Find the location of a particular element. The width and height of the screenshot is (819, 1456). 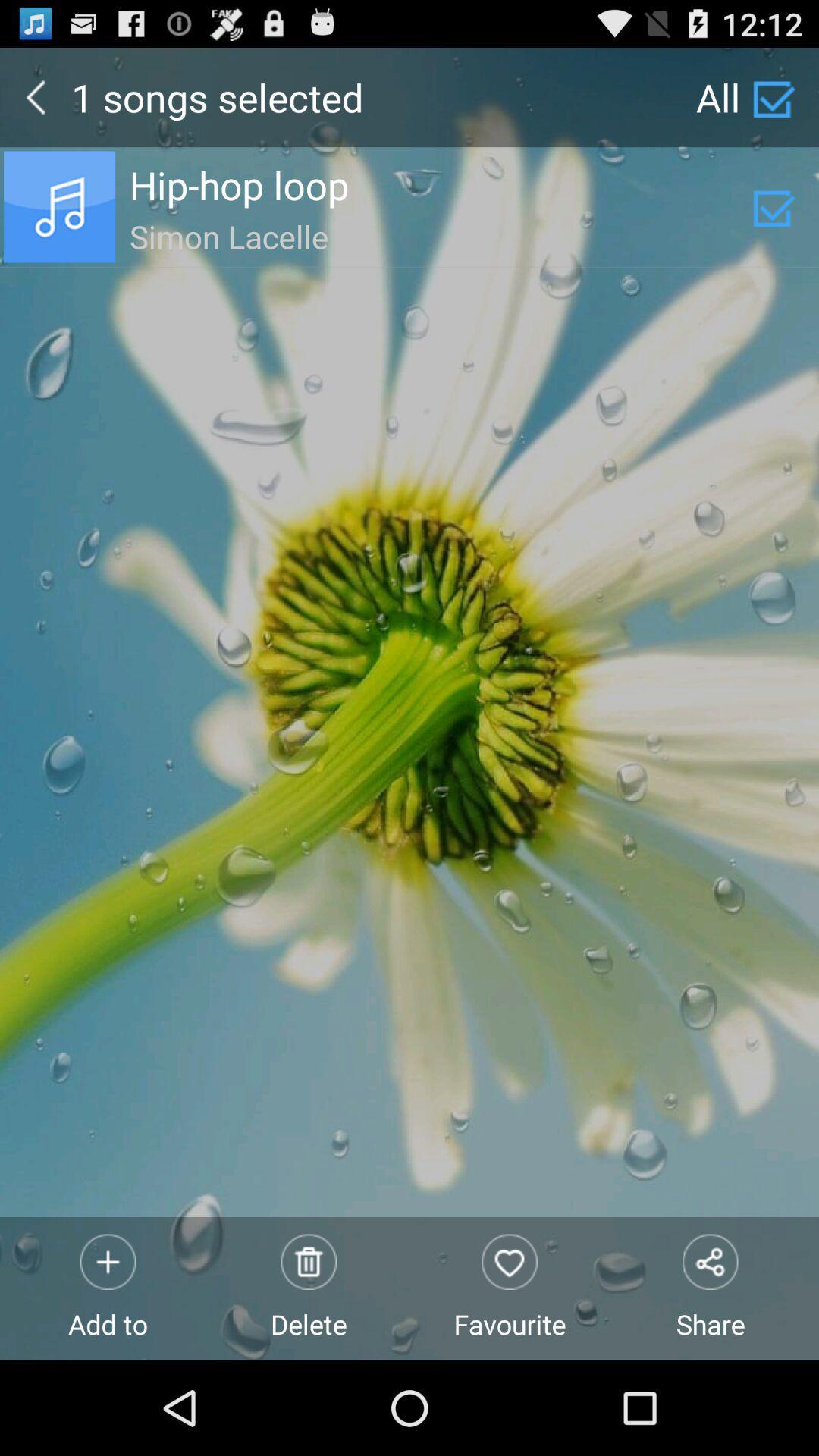

the item above the add to is located at coordinates (441, 234).